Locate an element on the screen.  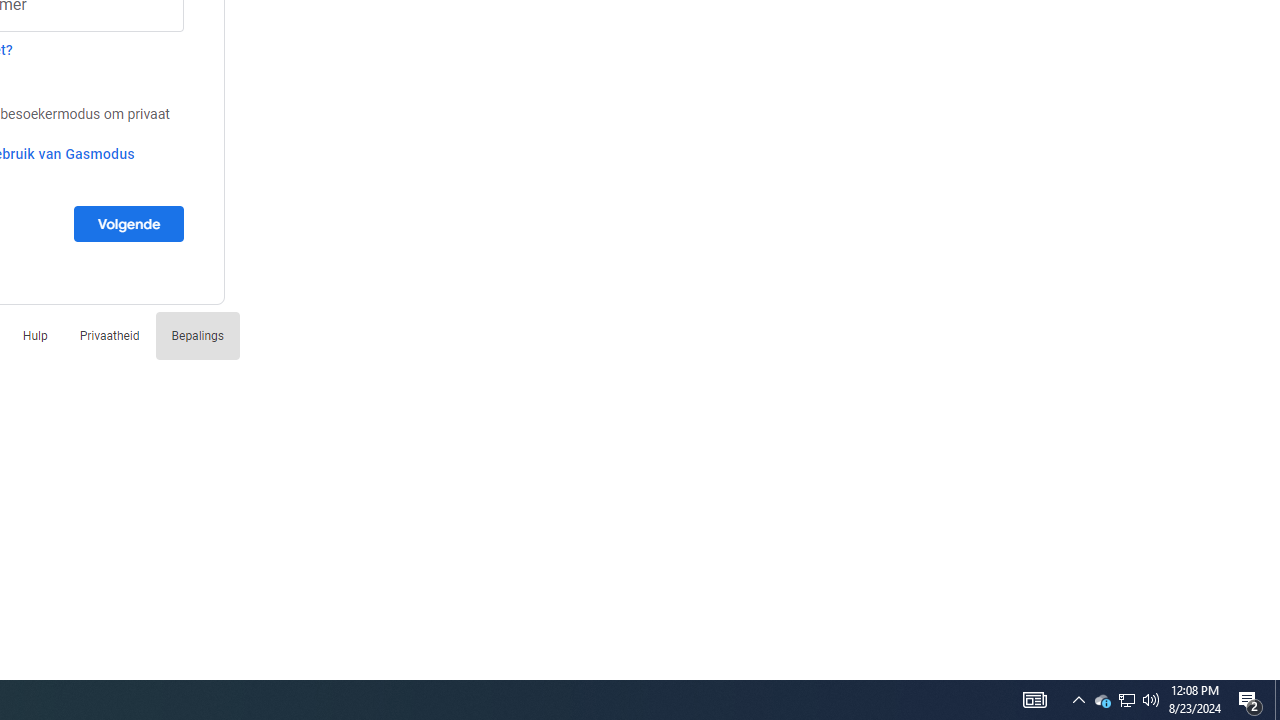
'Privaatheid' is located at coordinates (108, 334).